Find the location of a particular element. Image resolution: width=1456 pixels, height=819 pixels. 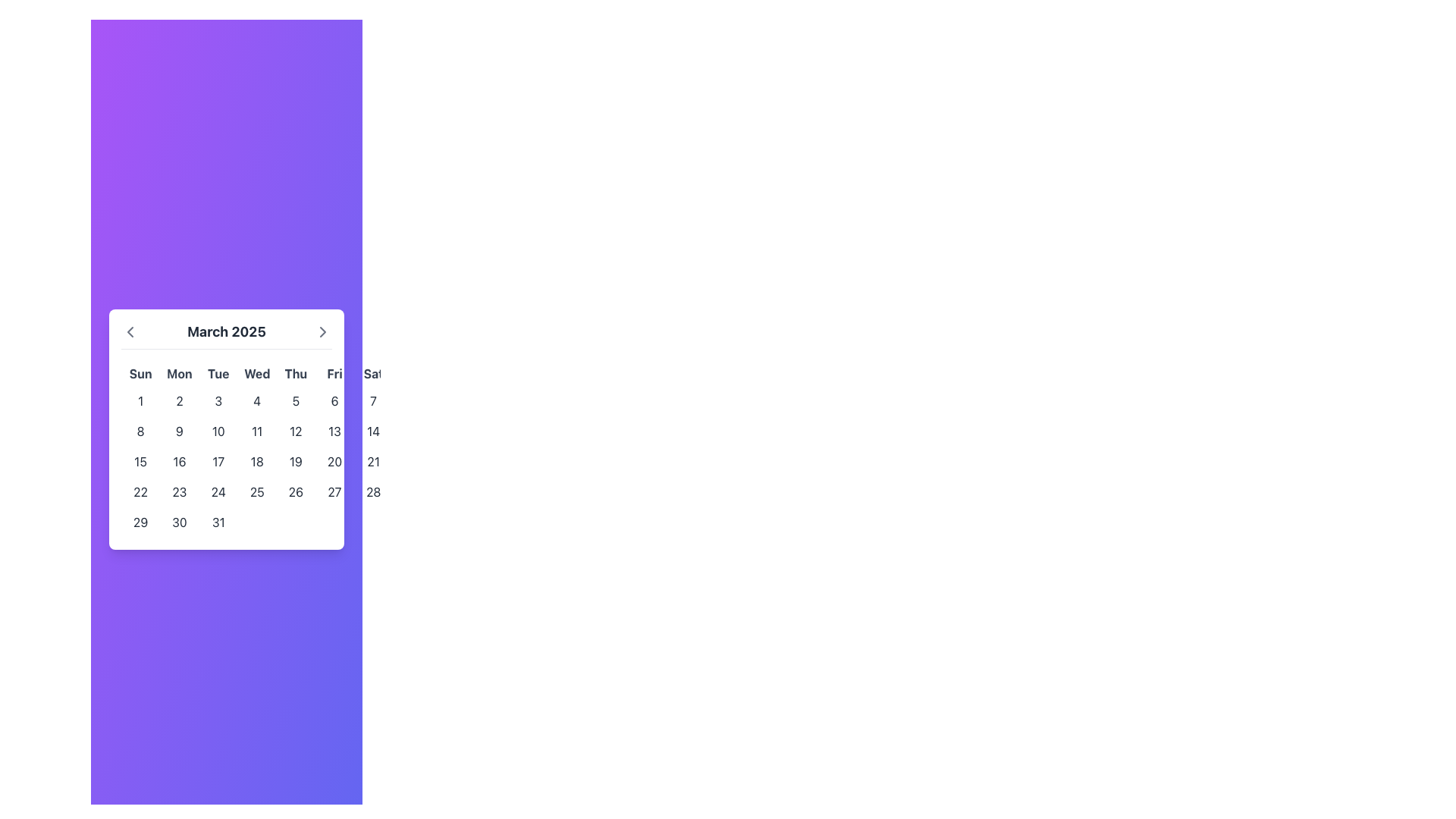

the A placeholder grid item located in the last row of the calendar grid, specifically the sixth element, which is the last of three empty blocks following the date '31' is located at coordinates (334, 521).